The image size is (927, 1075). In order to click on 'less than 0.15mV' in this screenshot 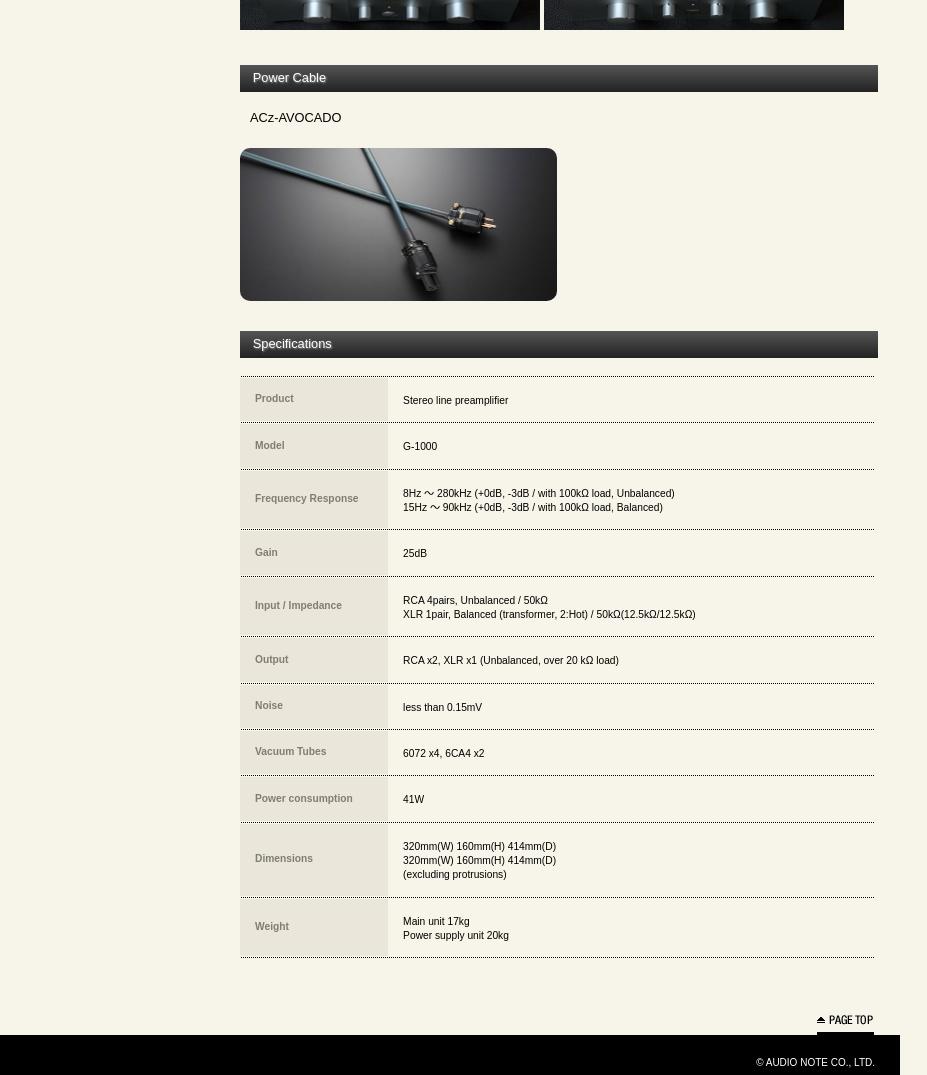, I will do `click(441, 705)`.